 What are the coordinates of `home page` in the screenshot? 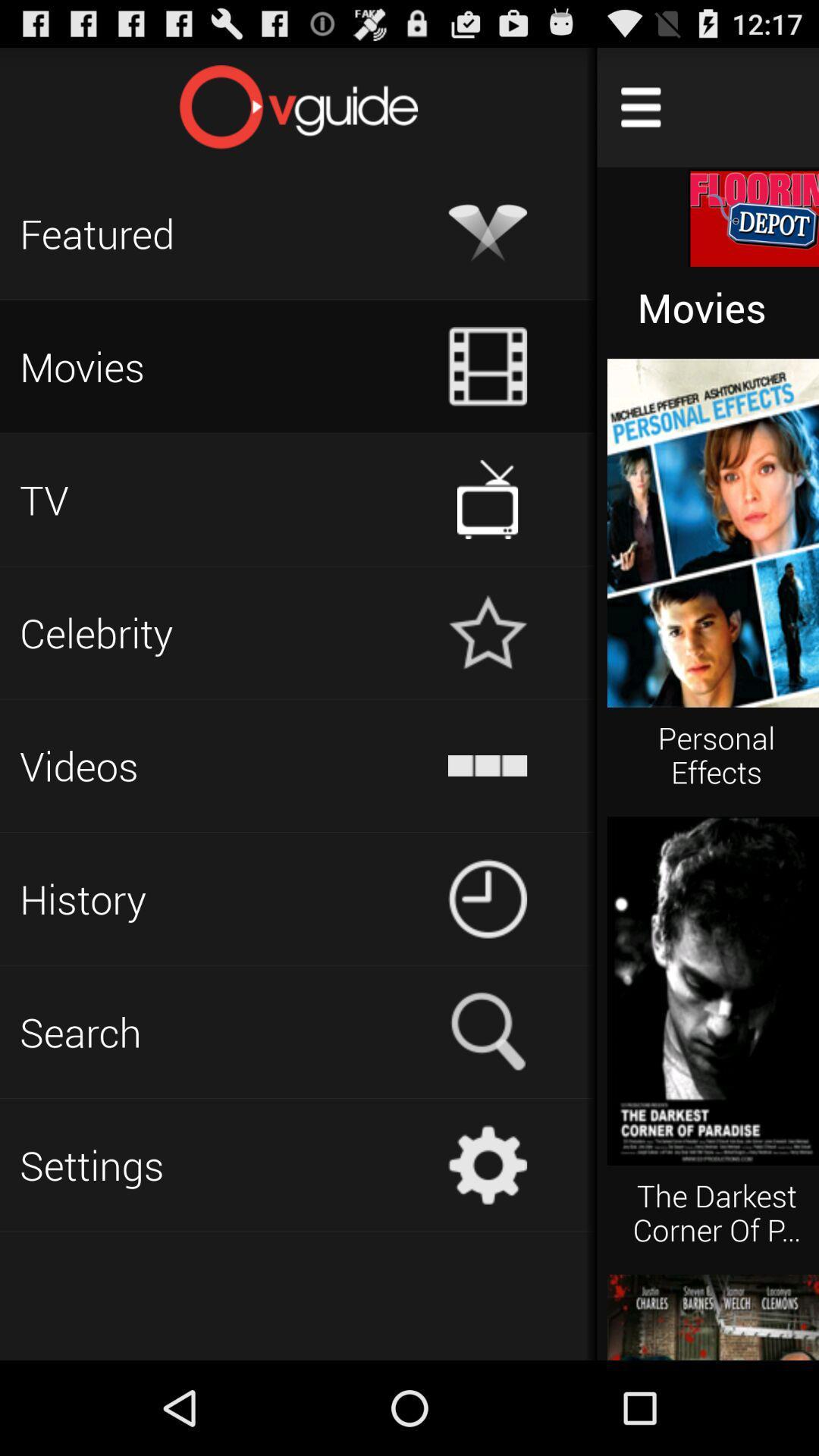 It's located at (298, 106).